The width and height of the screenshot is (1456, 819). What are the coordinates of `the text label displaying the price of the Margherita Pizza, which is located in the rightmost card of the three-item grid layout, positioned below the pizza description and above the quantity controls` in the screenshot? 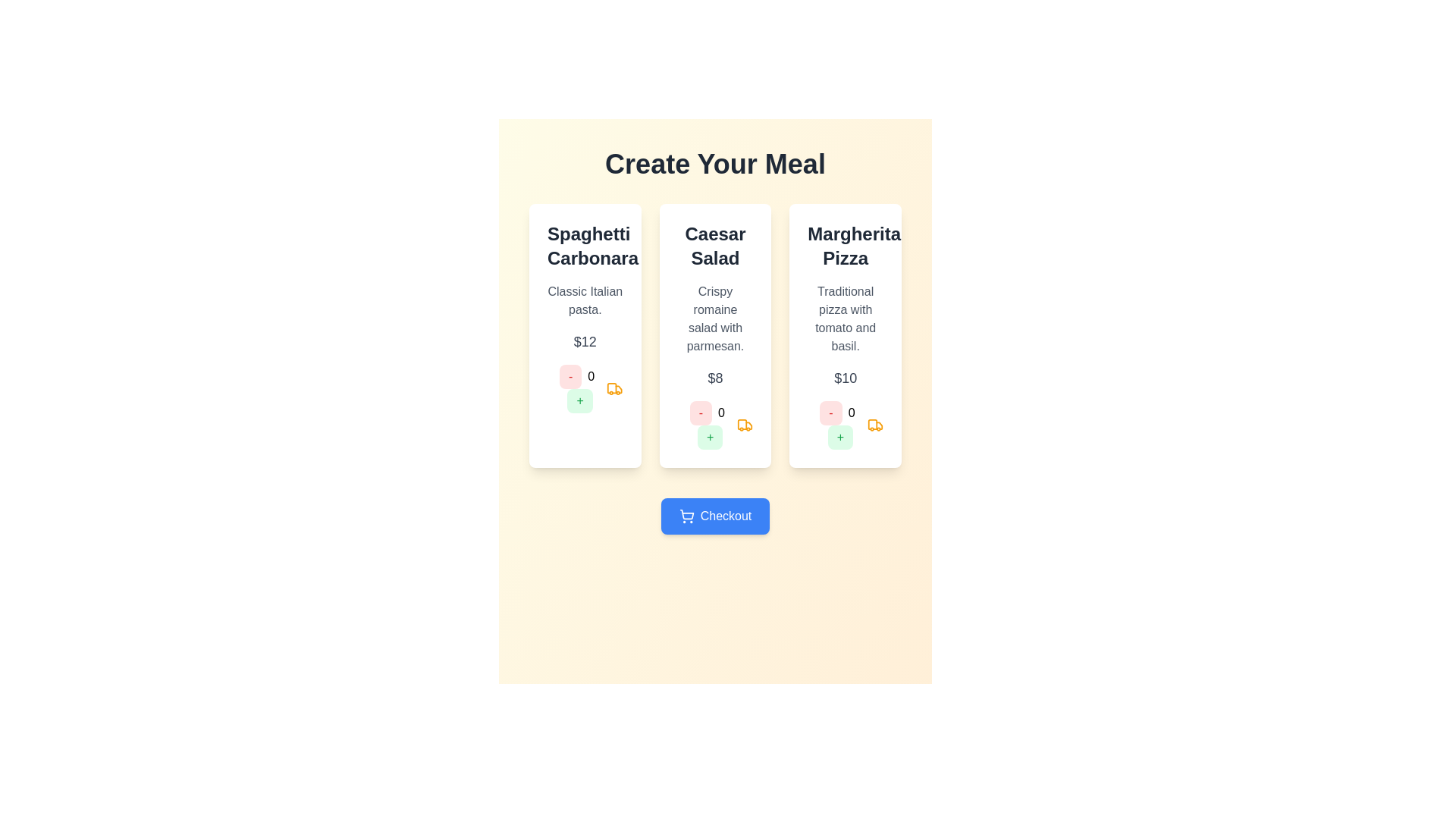 It's located at (845, 377).